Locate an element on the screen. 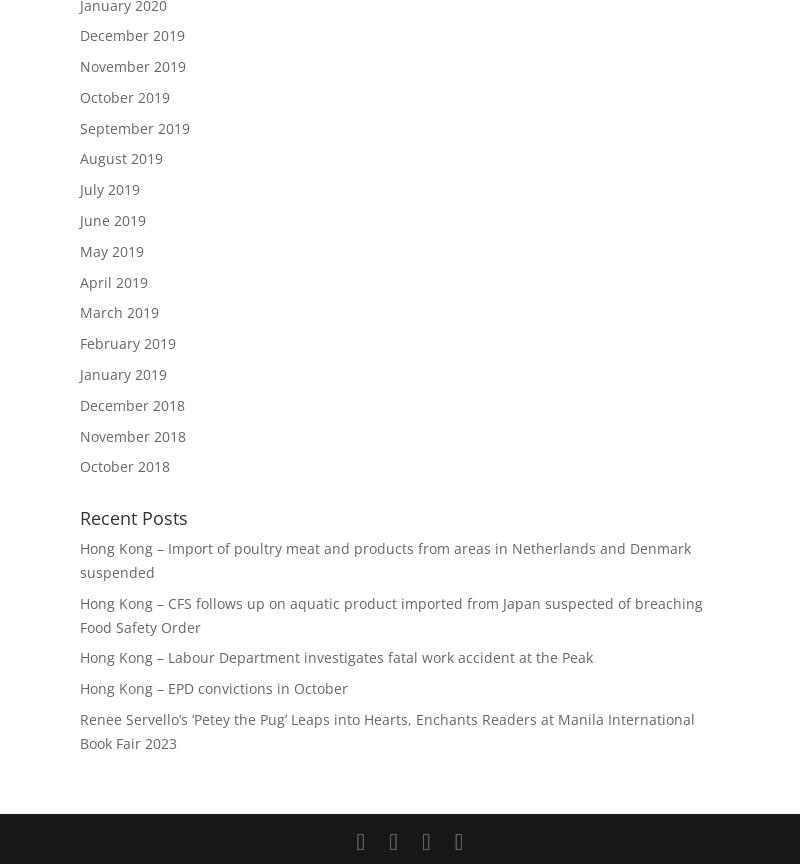 This screenshot has width=800, height=864. 'December 2019' is located at coordinates (80, 35).